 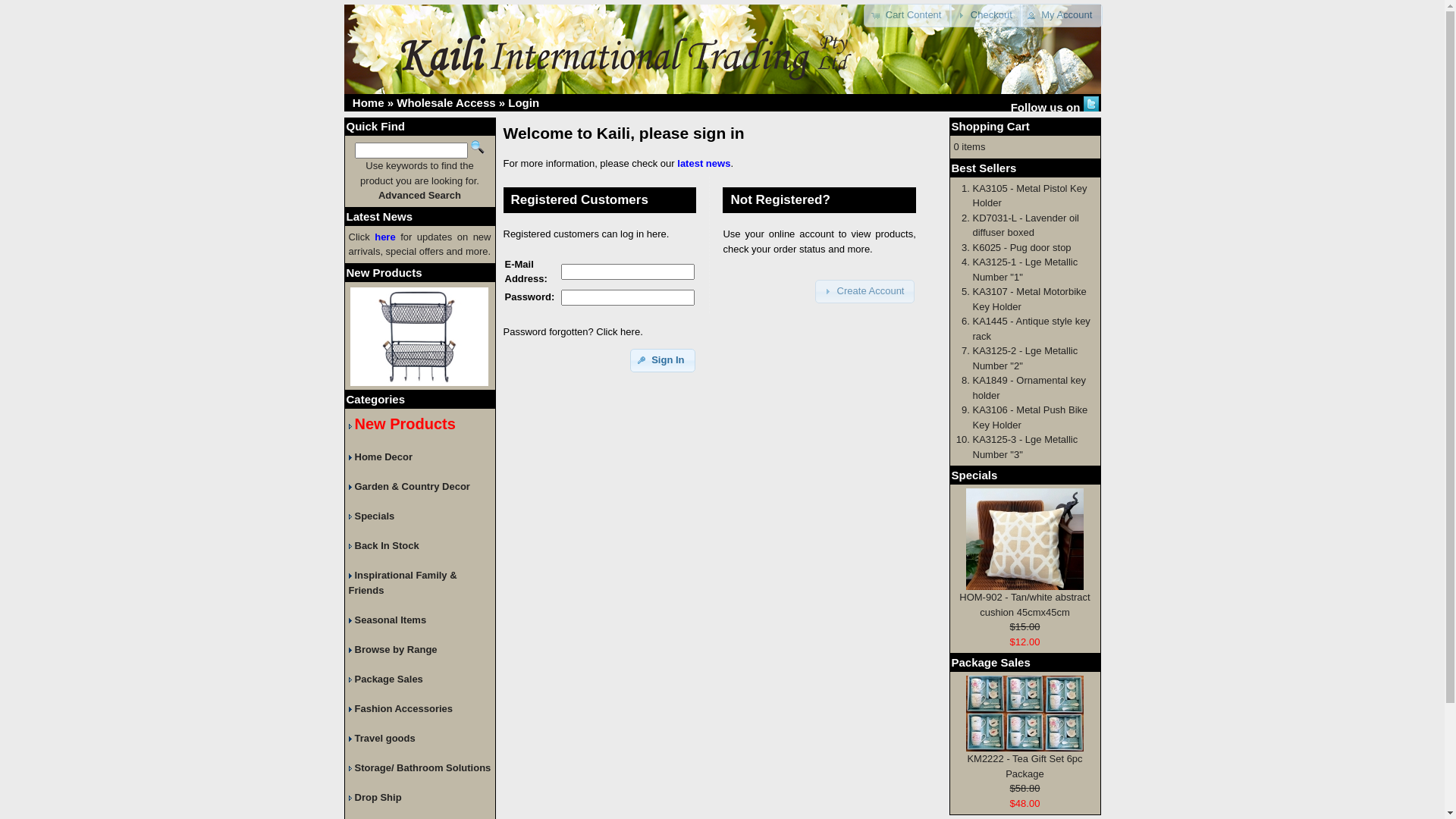 What do you see at coordinates (702, 163) in the screenshot?
I see `'latest news'` at bounding box center [702, 163].